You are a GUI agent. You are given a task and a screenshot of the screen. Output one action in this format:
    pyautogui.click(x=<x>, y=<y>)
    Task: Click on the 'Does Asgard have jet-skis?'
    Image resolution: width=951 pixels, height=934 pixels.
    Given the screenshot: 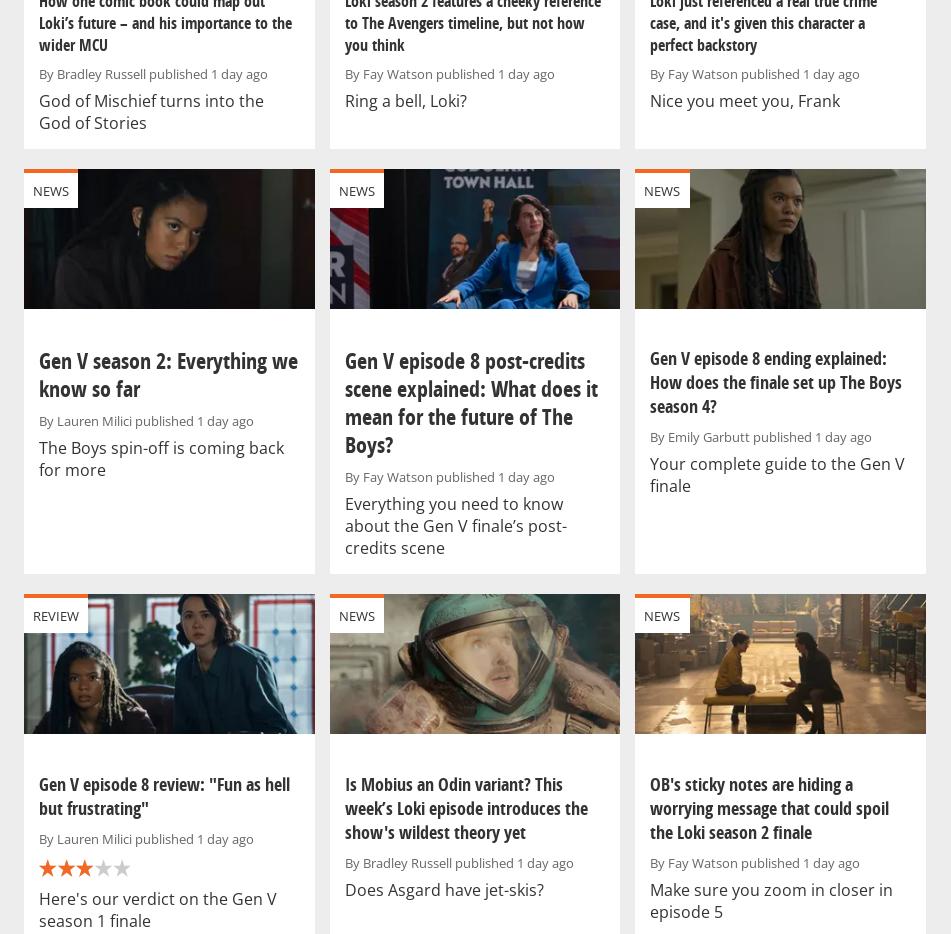 What is the action you would take?
    pyautogui.click(x=443, y=888)
    